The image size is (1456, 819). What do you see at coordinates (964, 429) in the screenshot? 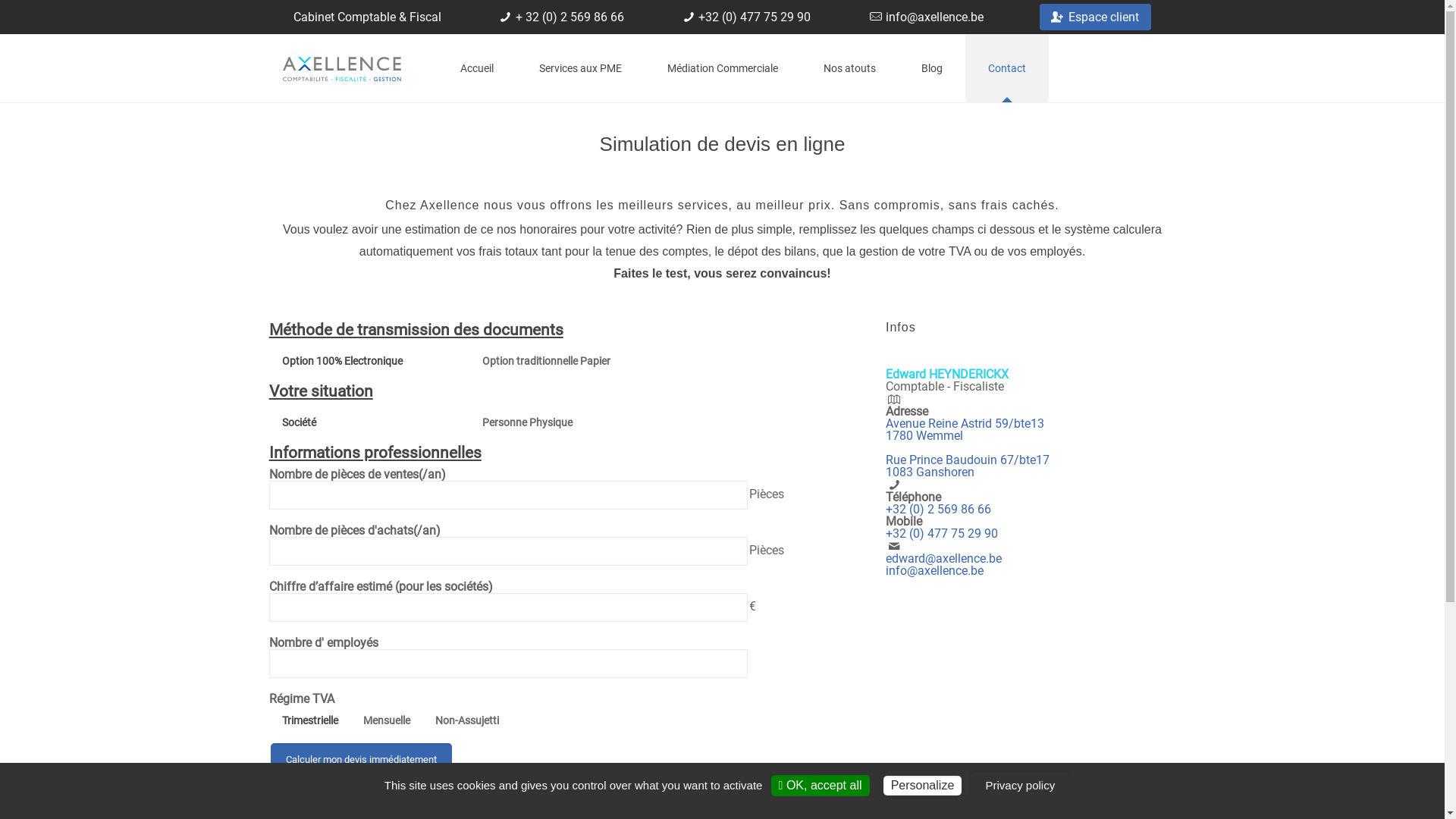
I see `'Avenue Reine Astrid 59/bte13` at bounding box center [964, 429].